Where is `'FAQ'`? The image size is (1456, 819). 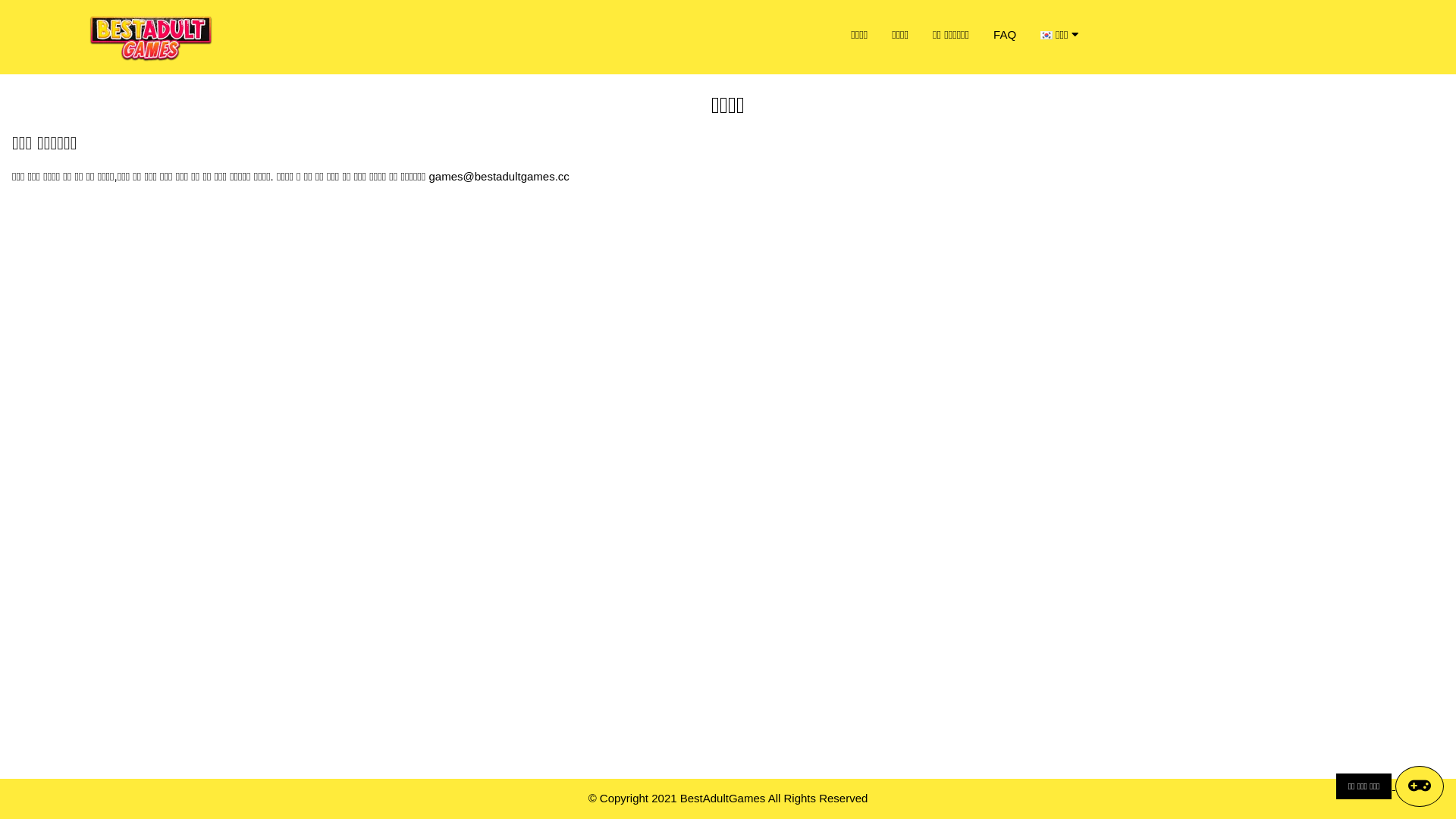
'FAQ' is located at coordinates (1004, 34).